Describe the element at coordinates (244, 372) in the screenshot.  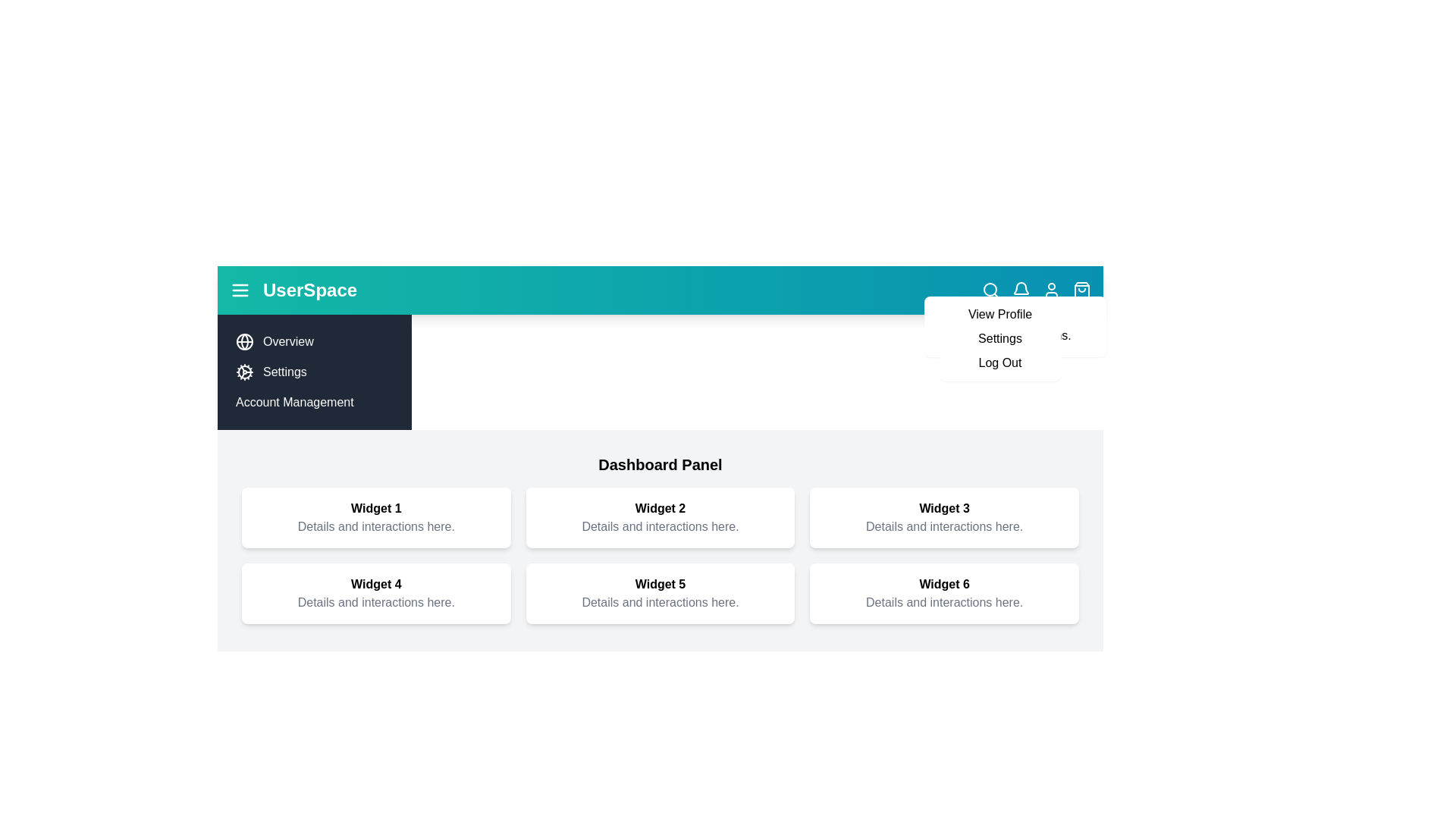
I see `the 'Settings' icon in the sidebar` at that location.